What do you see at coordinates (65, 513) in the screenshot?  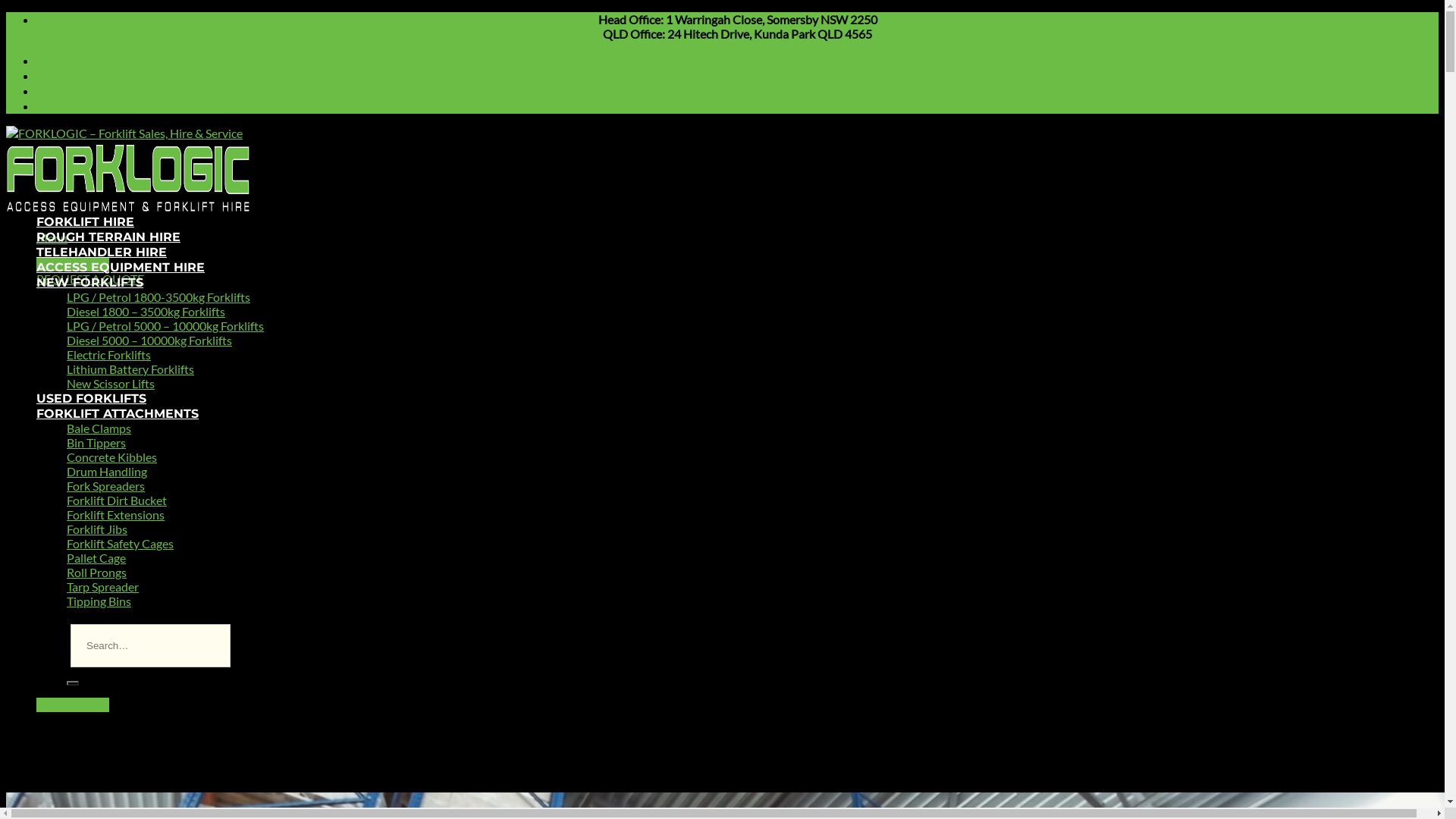 I see `'Forklift Extensions'` at bounding box center [65, 513].